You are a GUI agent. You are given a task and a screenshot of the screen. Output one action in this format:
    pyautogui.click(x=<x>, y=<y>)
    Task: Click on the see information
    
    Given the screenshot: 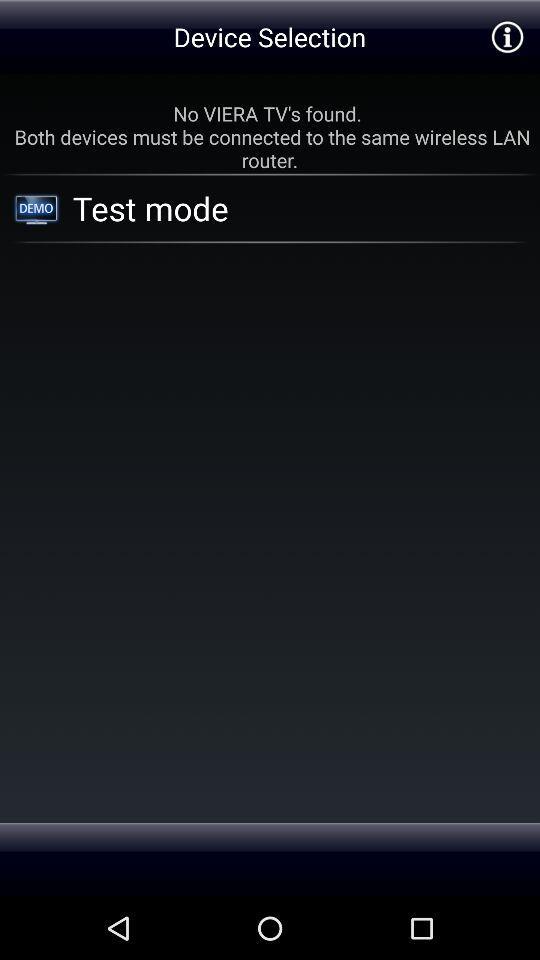 What is the action you would take?
    pyautogui.click(x=507, y=35)
    